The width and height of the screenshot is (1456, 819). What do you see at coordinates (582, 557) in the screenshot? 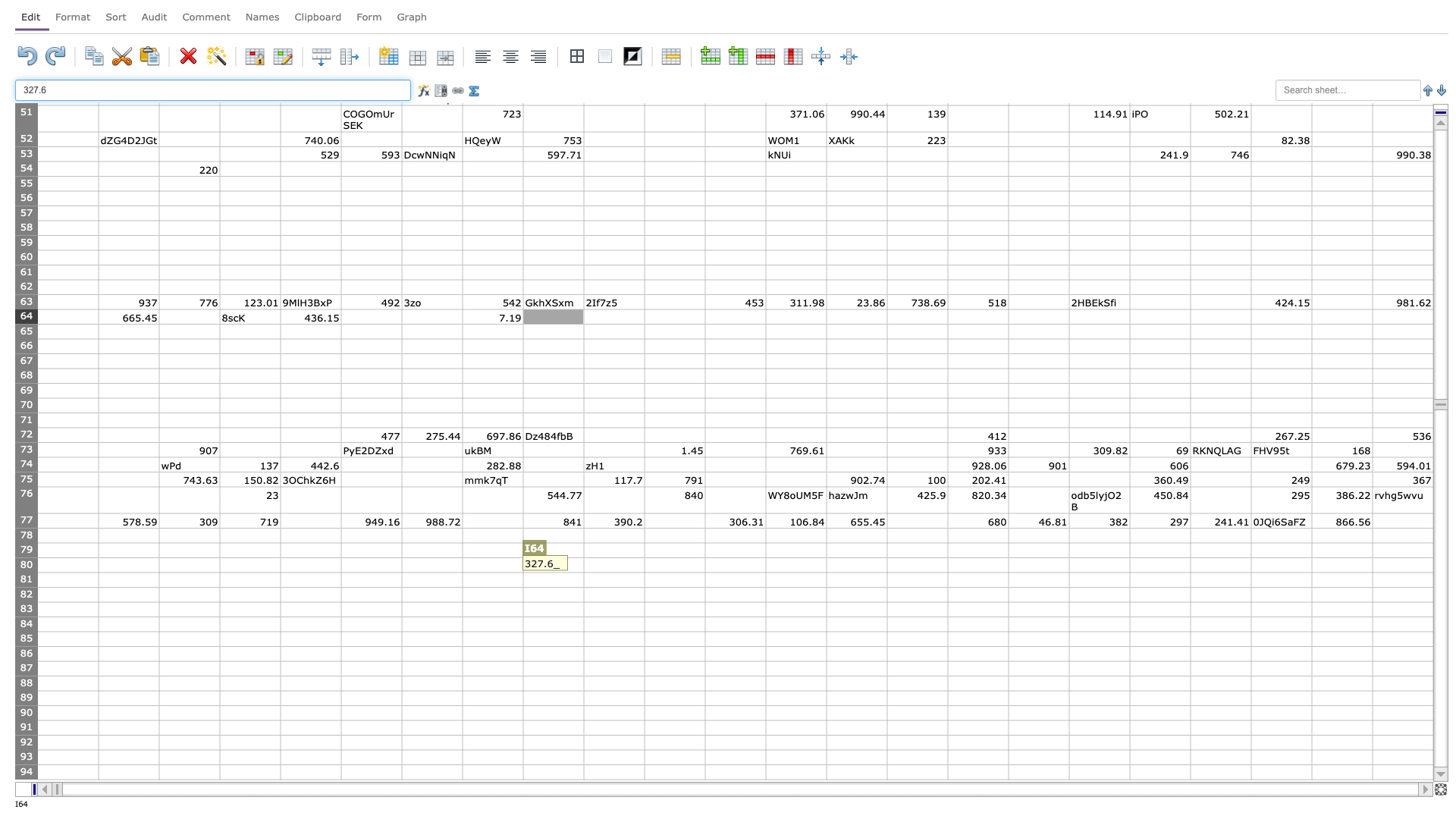
I see `top left corner of J80` at bounding box center [582, 557].